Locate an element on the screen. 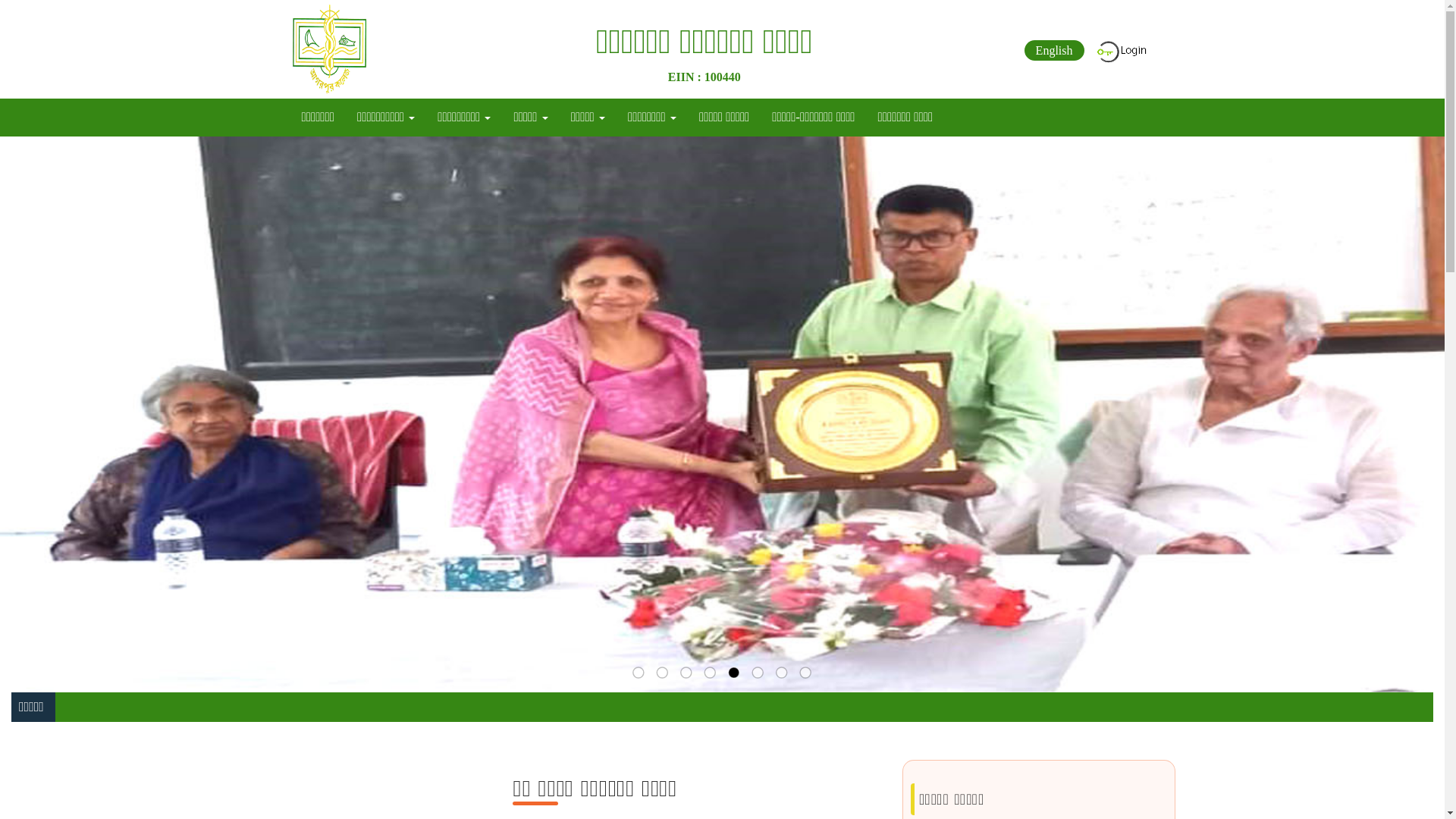 Image resolution: width=1456 pixels, height=819 pixels. 'English' is located at coordinates (1053, 49).